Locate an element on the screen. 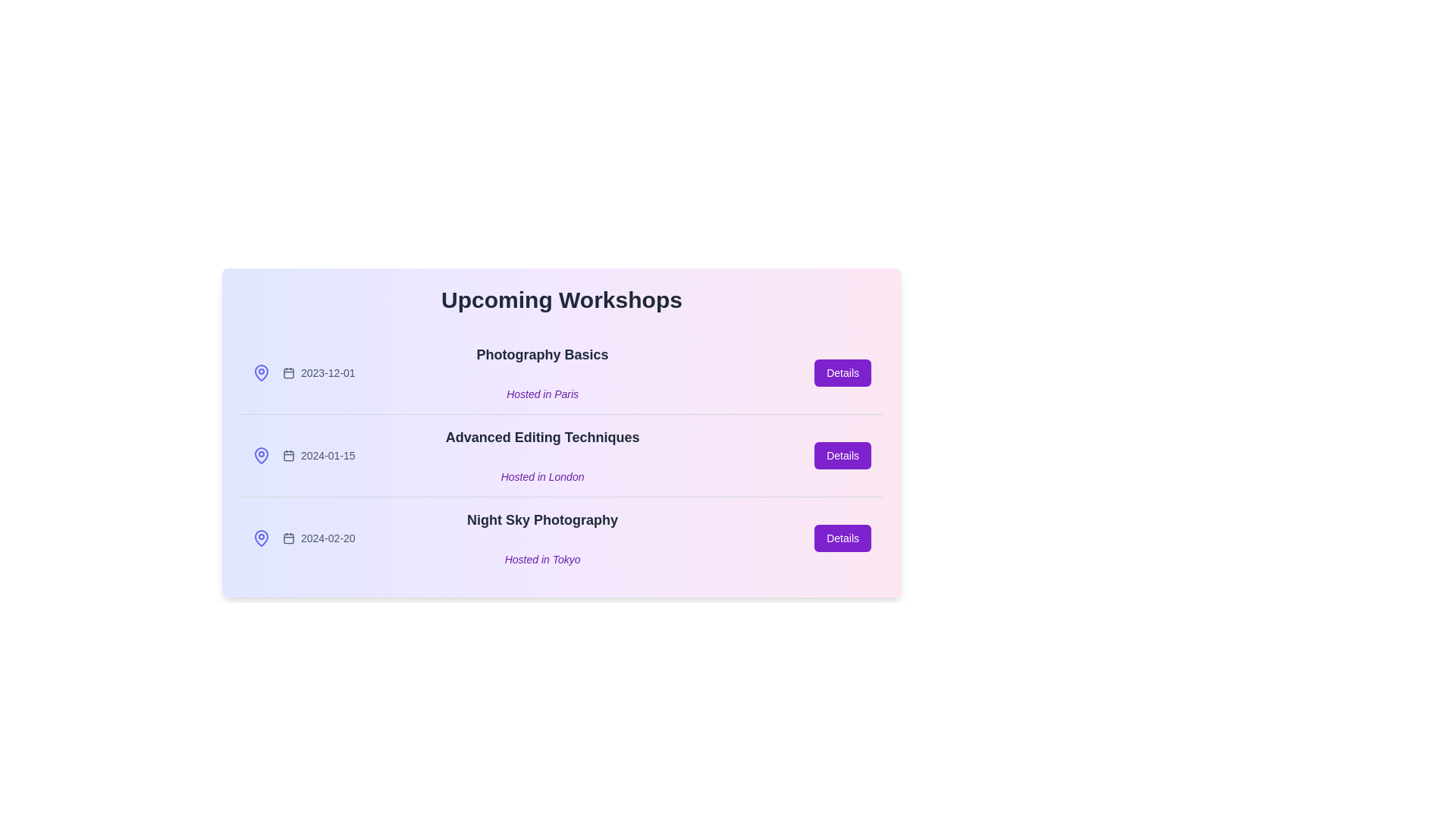 The height and width of the screenshot is (819, 1456). the workshop item corresponding to Photography Basics is located at coordinates (560, 373).